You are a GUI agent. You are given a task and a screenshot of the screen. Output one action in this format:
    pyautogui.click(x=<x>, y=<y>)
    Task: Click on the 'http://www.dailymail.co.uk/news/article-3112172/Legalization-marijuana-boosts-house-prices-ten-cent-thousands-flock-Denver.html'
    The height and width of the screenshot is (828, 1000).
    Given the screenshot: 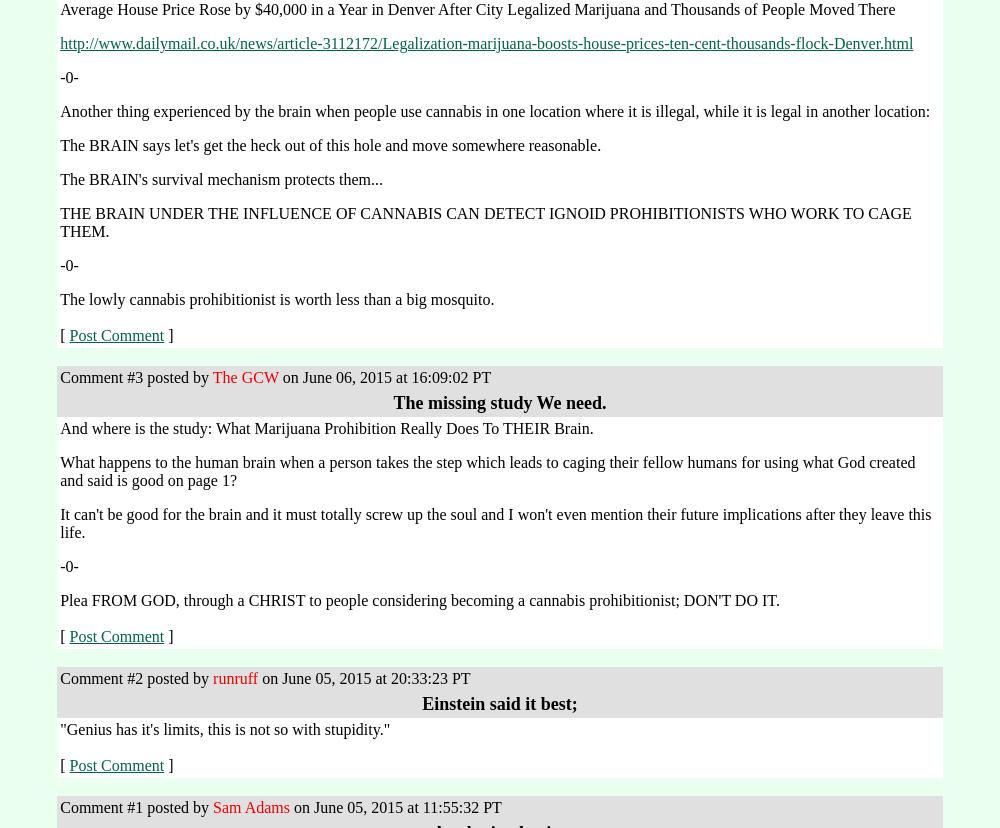 What is the action you would take?
    pyautogui.click(x=485, y=42)
    